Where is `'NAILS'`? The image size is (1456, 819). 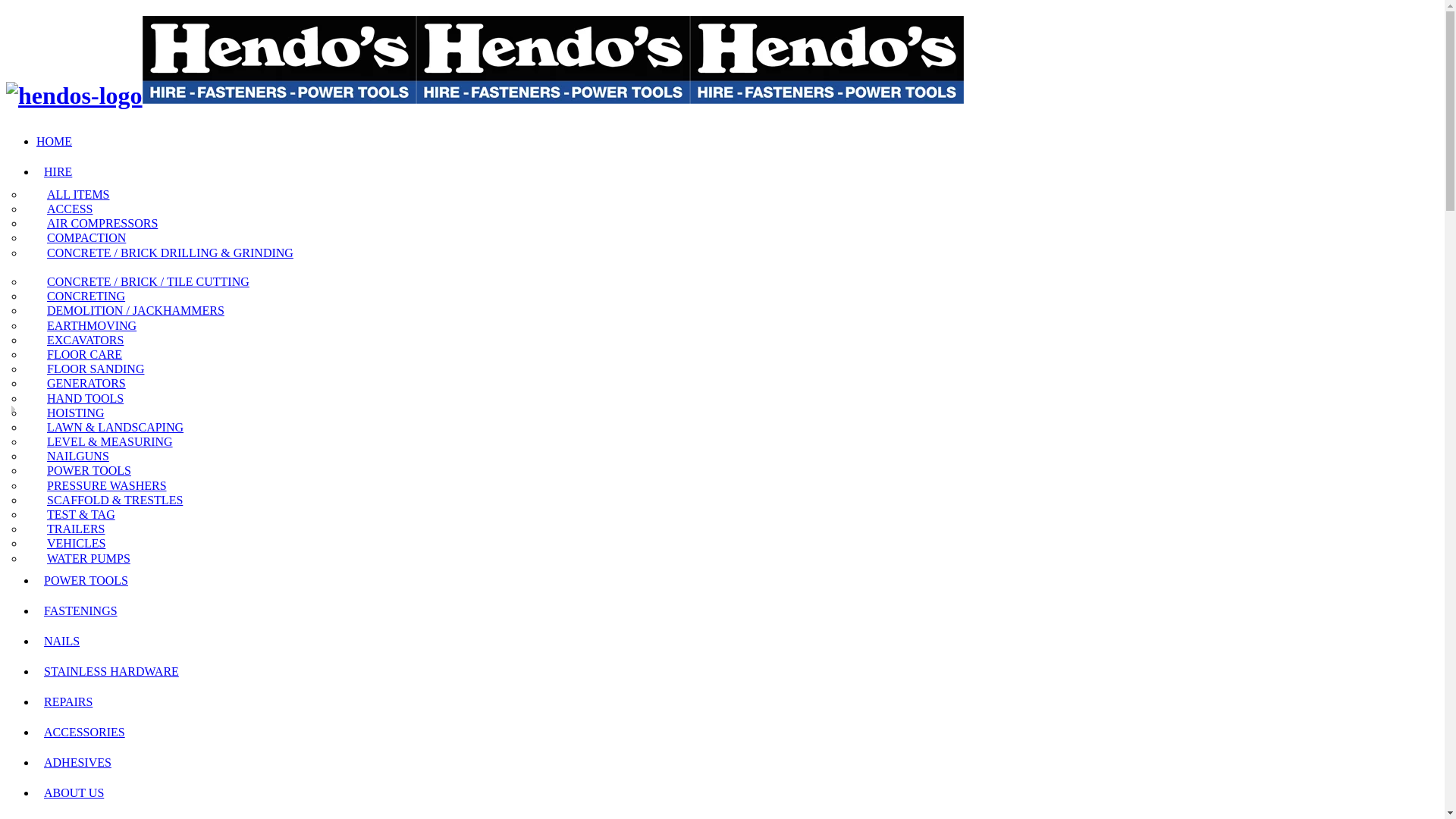 'NAILS' is located at coordinates (61, 641).